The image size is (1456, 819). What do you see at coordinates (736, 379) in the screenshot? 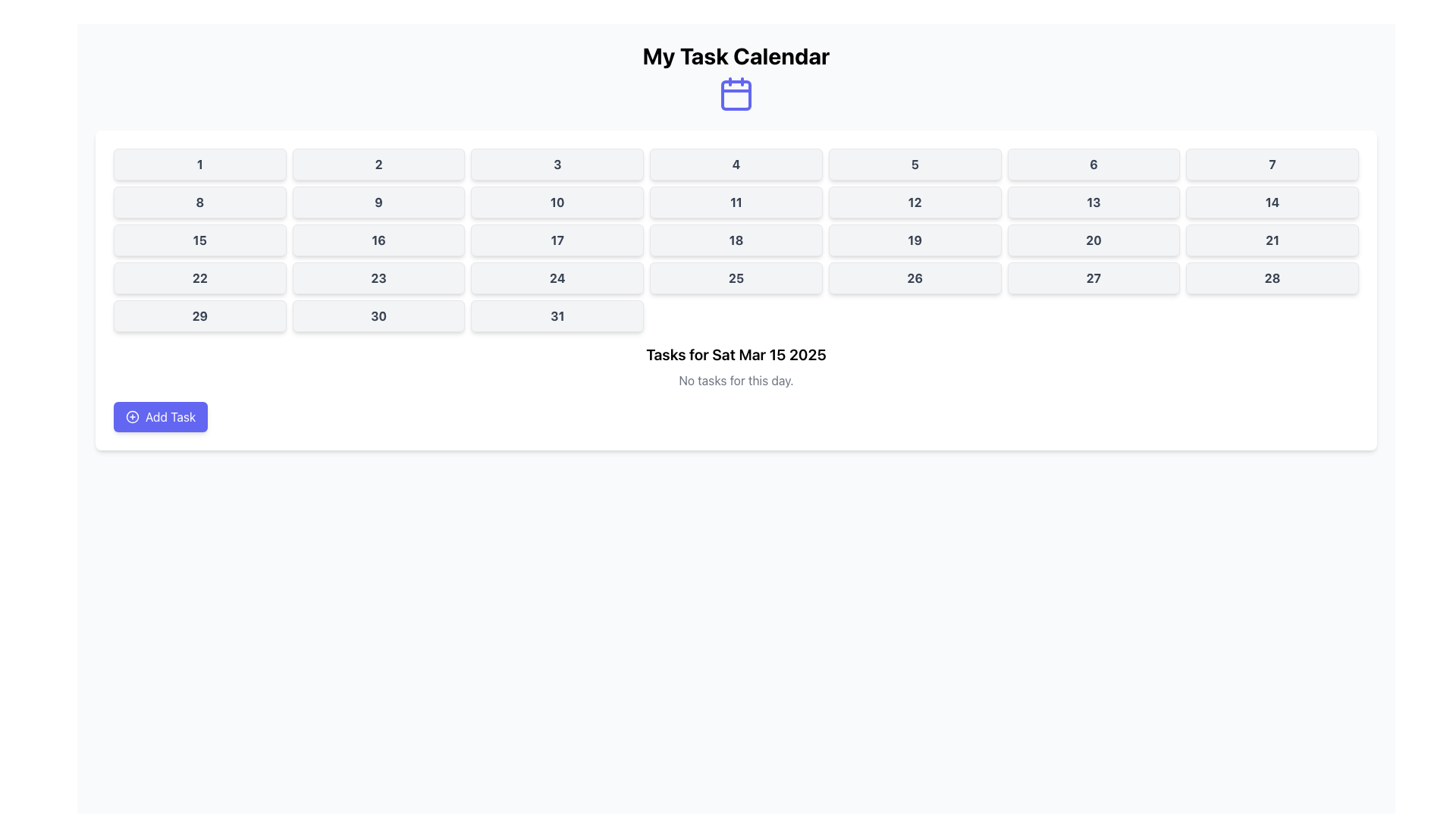
I see `the static text displaying 'No tasks for this day.' located under the header 'Tasks for Sat Mar 15 2025'` at bounding box center [736, 379].